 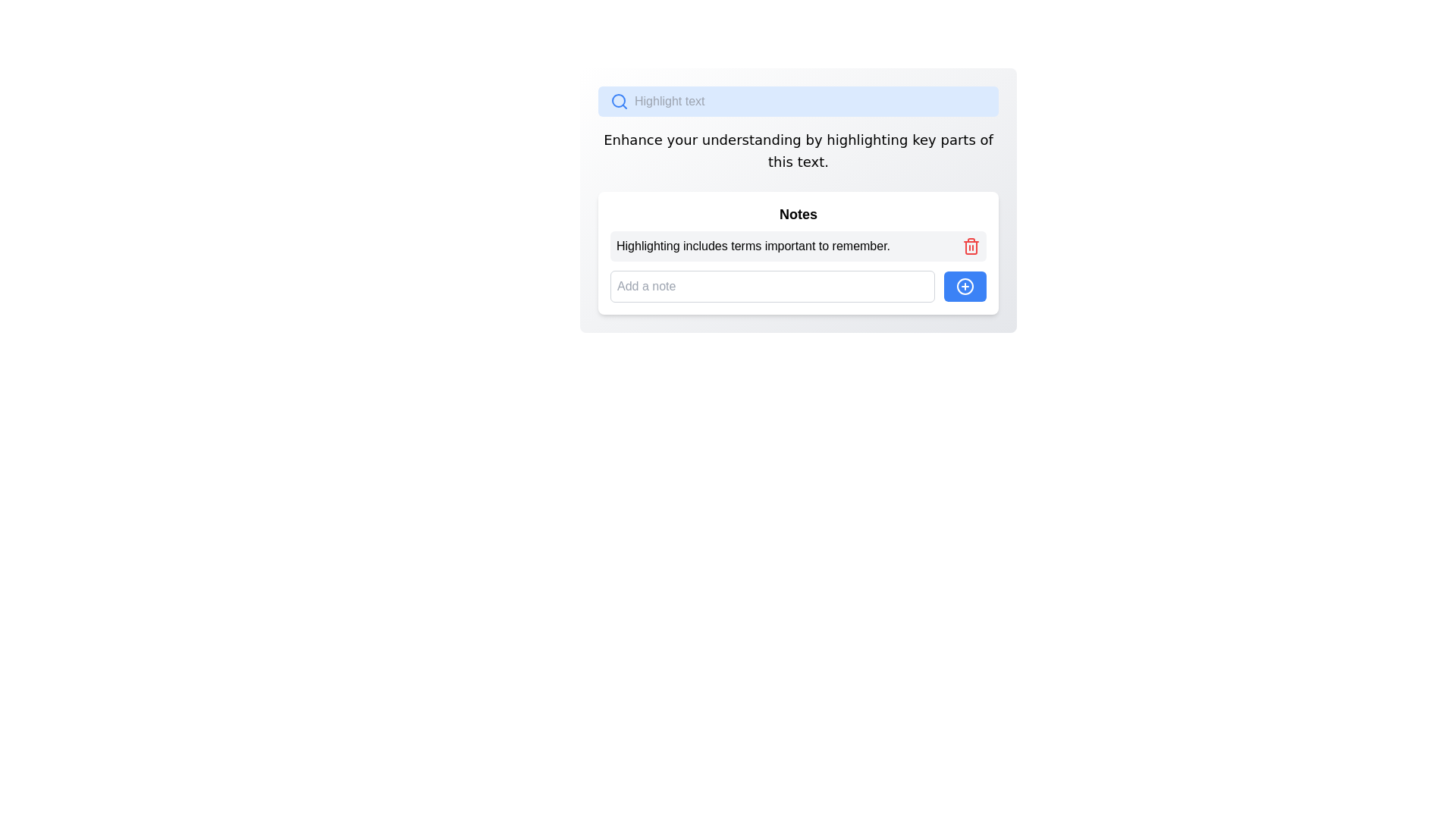 What do you see at coordinates (739, 140) in the screenshot?
I see `the character 'r' in the word 'understanding' which is part of the sentence 'Enhance your understanding by highlighting key parts of this text.'` at bounding box center [739, 140].